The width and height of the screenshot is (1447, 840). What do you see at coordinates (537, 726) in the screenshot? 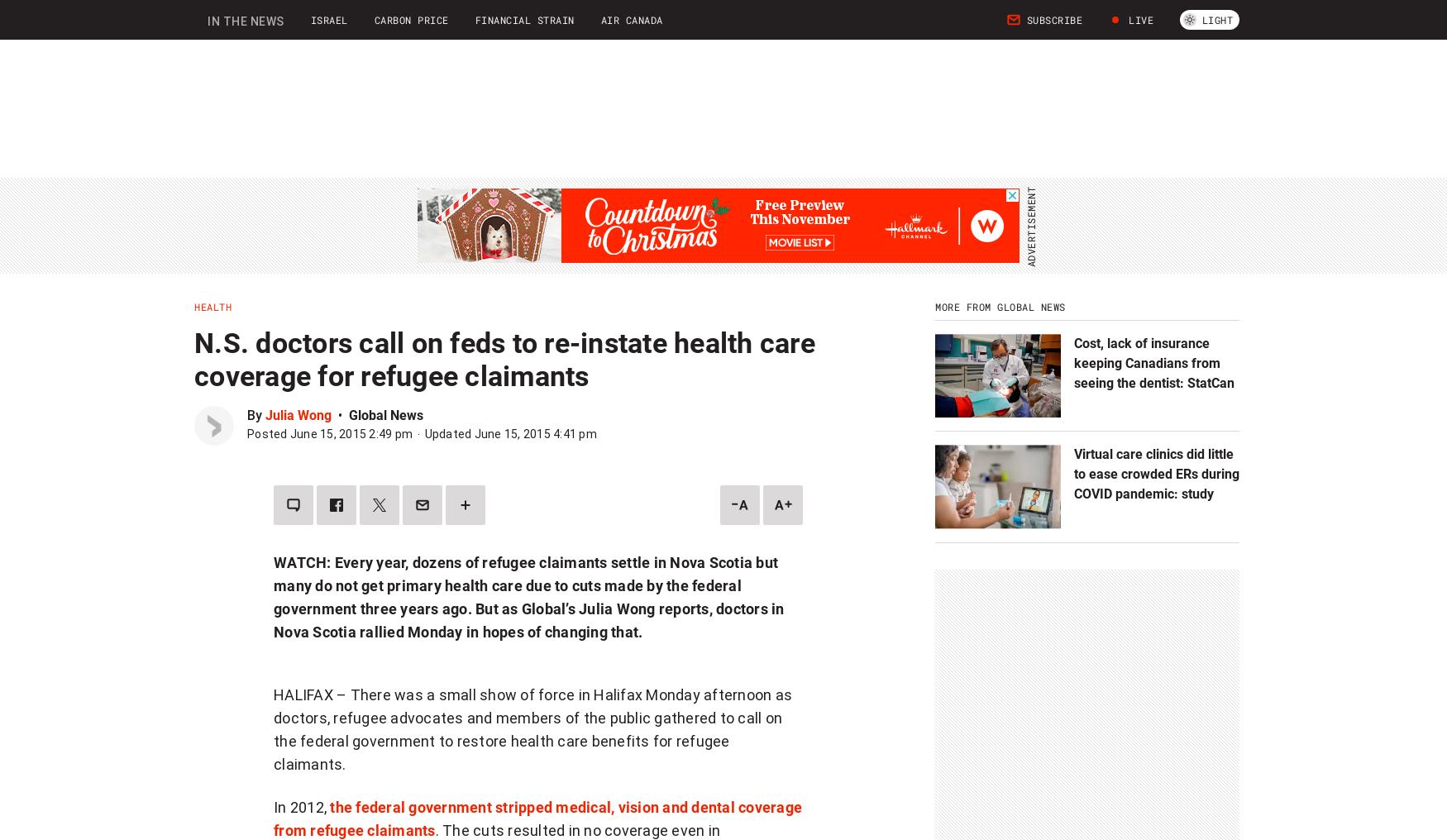
I see `'Advertisement'` at bounding box center [537, 726].